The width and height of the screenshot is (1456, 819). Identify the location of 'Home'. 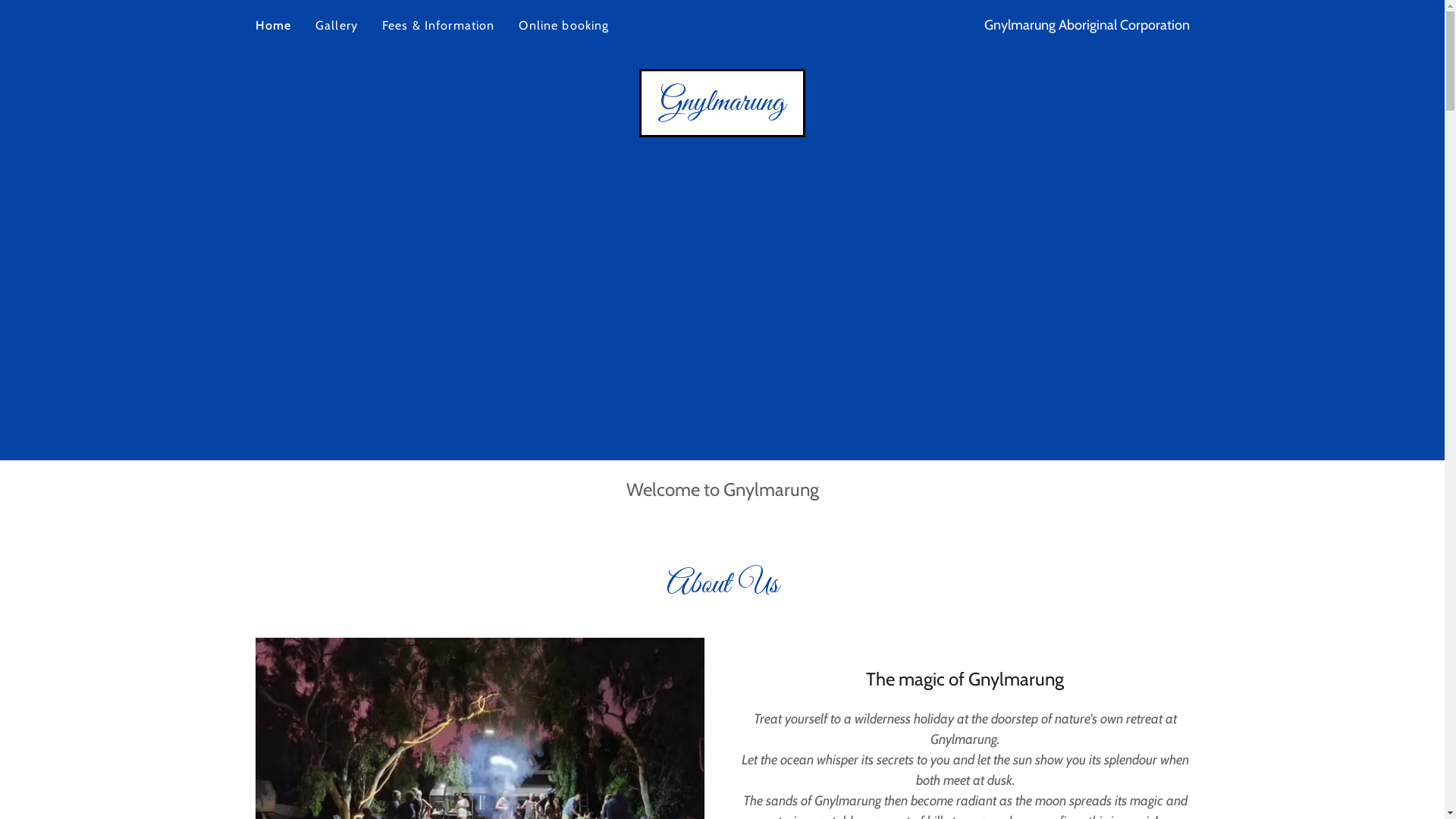
(273, 26).